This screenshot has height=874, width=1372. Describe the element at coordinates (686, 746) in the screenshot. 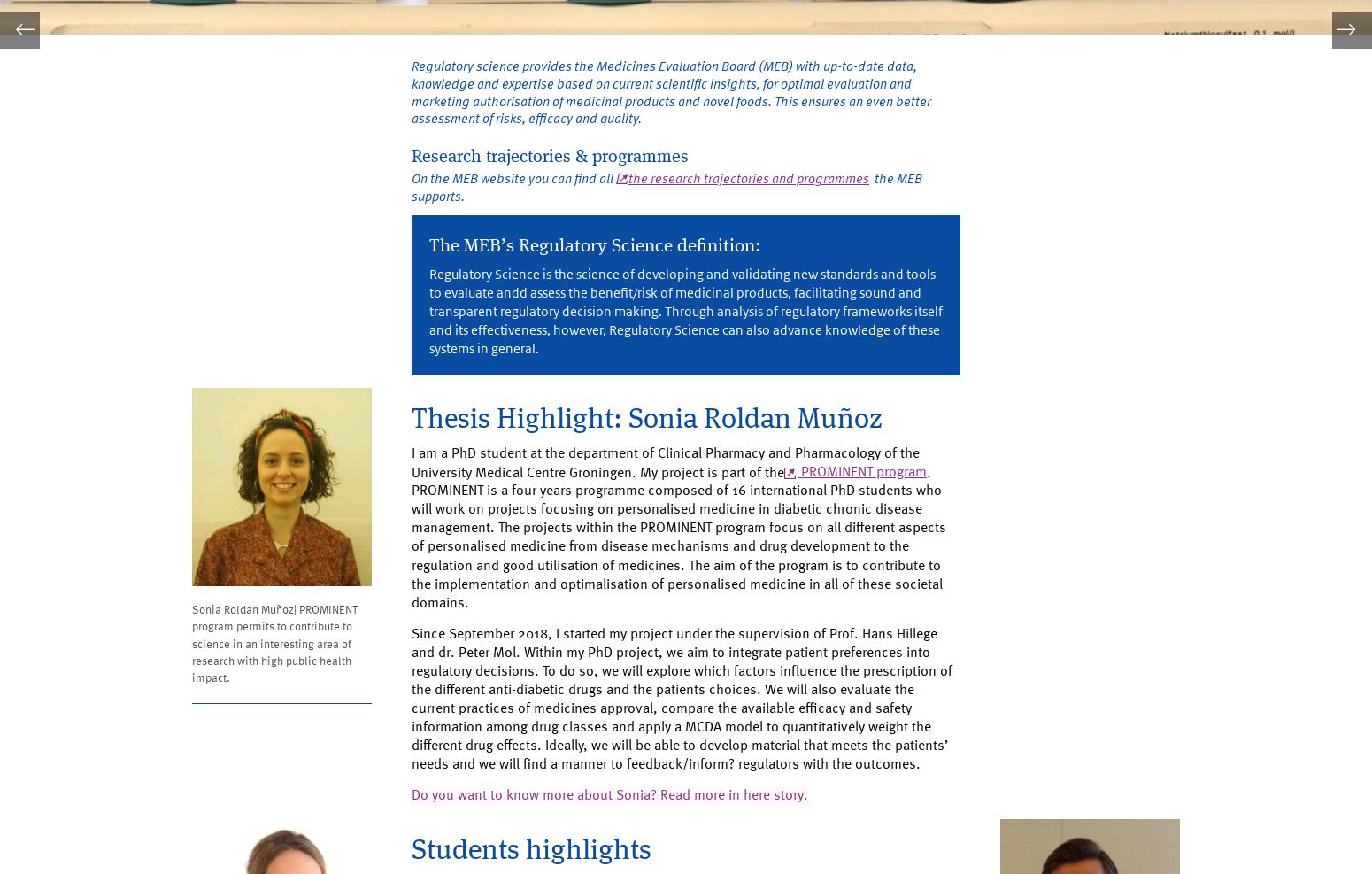

I see `'Since September 2018, I started my project under the supervision of Prof. Hans Hillege and dr. Peter Mol. Within my PhD project, we aim to integrate patient preferences into regulatory decisions. To do so, we will explore which factors influence the prescription of the different anti-diabetic drugs and the patients choices. We will also evaluate the current practices of medicines approval, compare the available efficacy and safety information among drug classes and apply a MCDA model to quantitatively weight the different drug effects. Ideally, we will be able to develop material that meets the patients’ needs and we will find a manner to feedback/inform? regulators with the outcomes.'` at that location.